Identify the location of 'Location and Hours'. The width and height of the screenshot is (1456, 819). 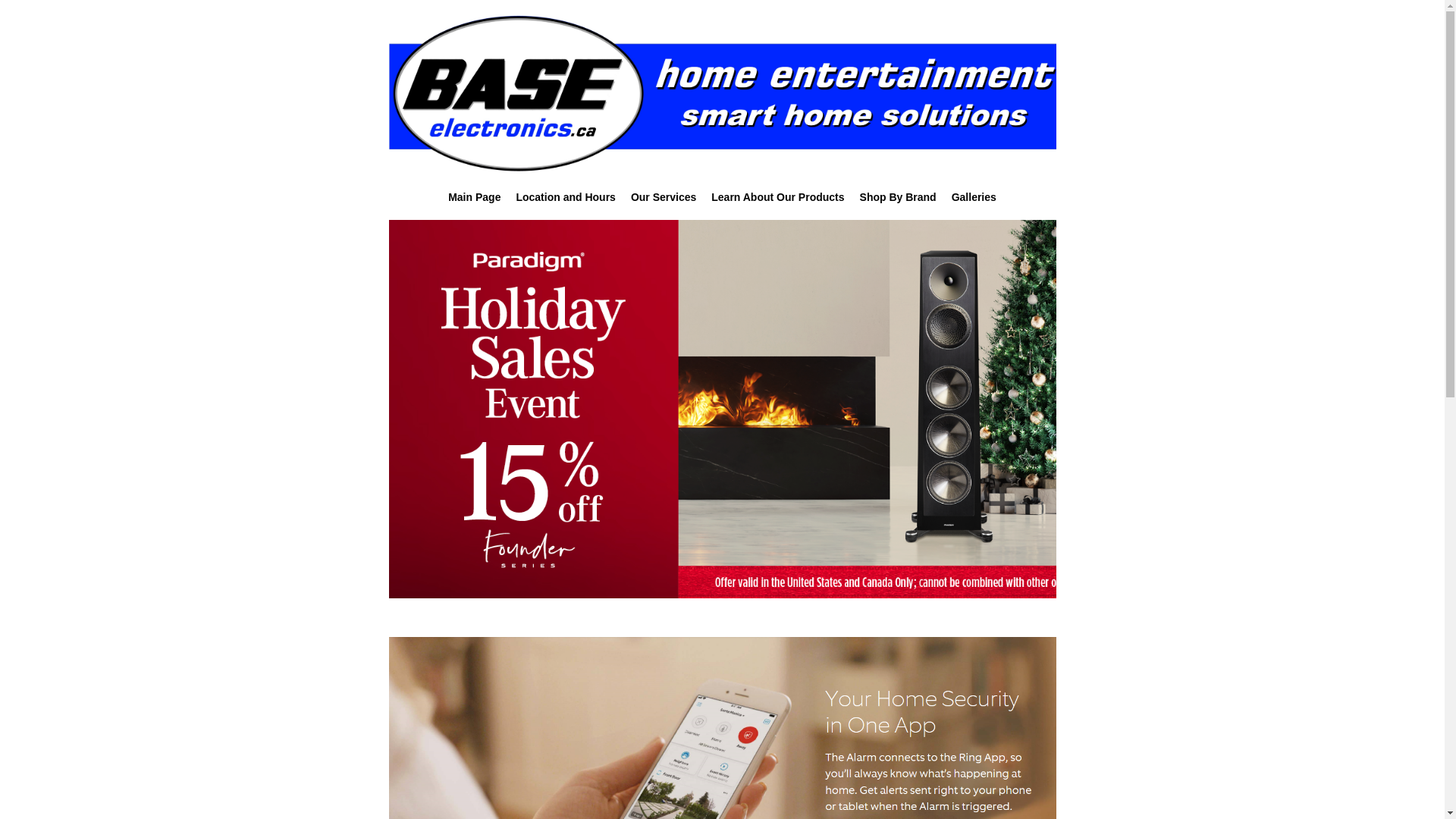
(564, 197).